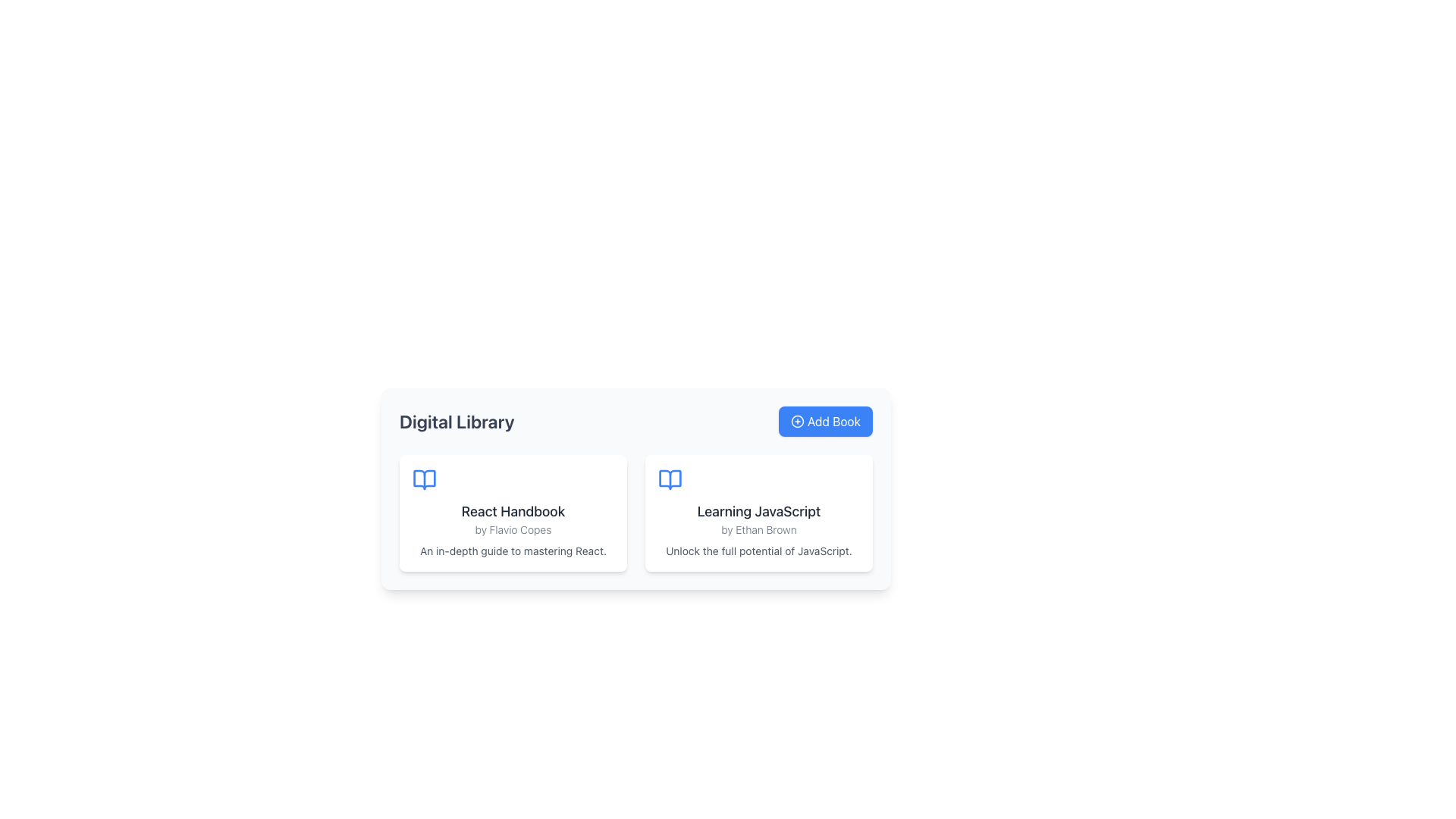  Describe the element at coordinates (513, 513) in the screenshot. I see `the 'React Handbook' card` at that location.